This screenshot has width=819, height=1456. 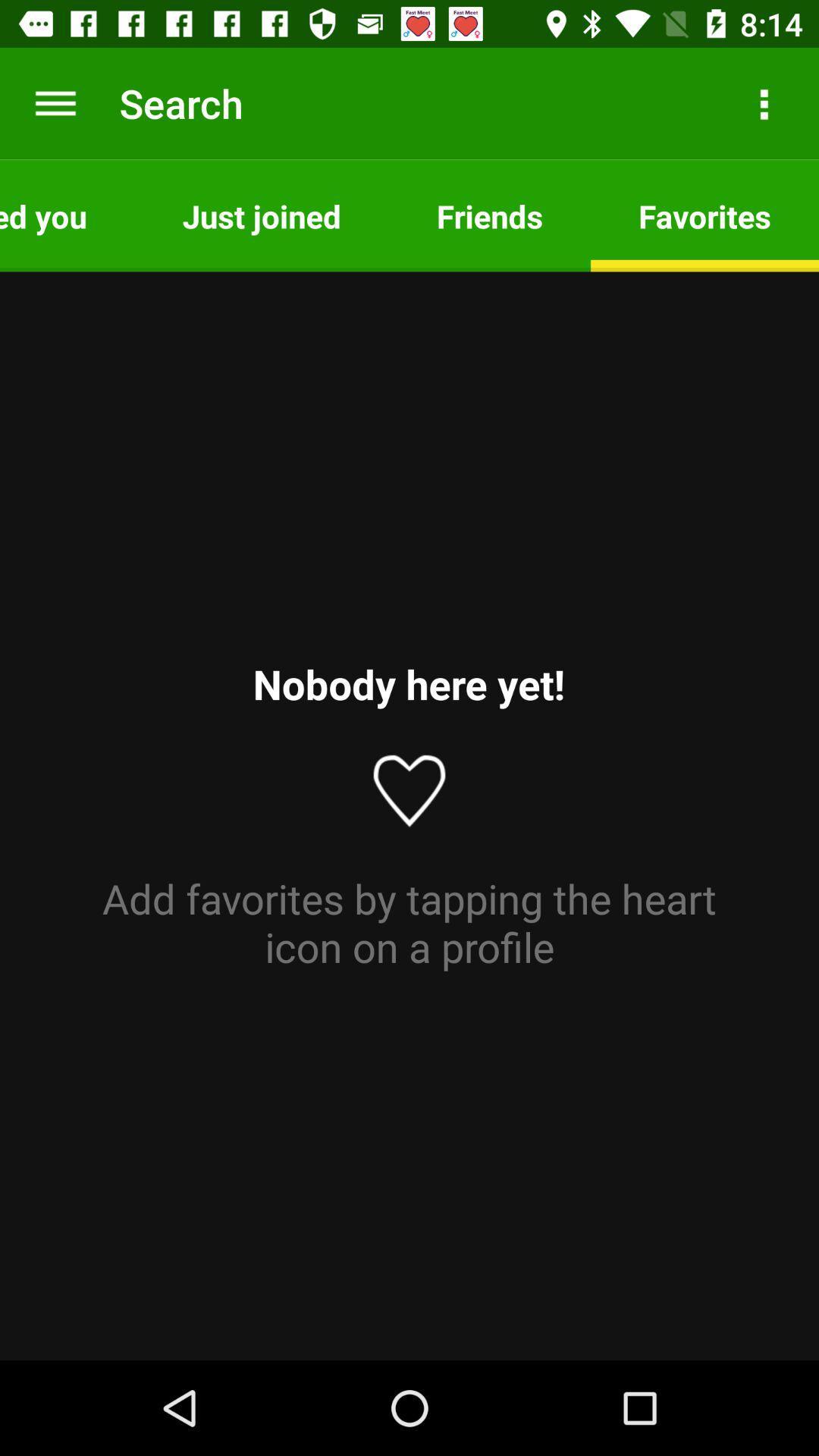 I want to click on the item next to the favorites icon, so click(x=490, y=215).